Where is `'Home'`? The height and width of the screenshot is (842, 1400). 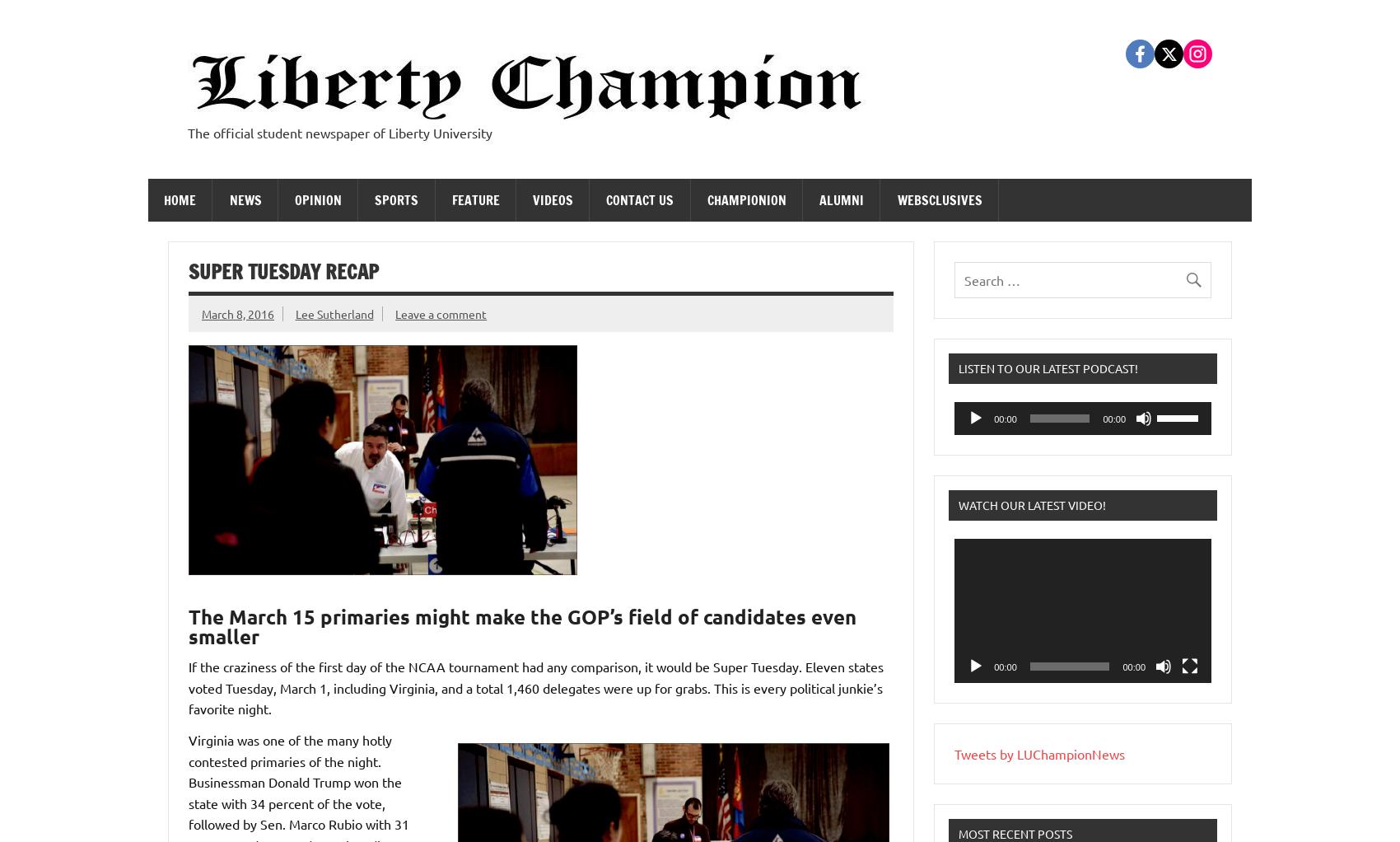 'Home' is located at coordinates (180, 199).